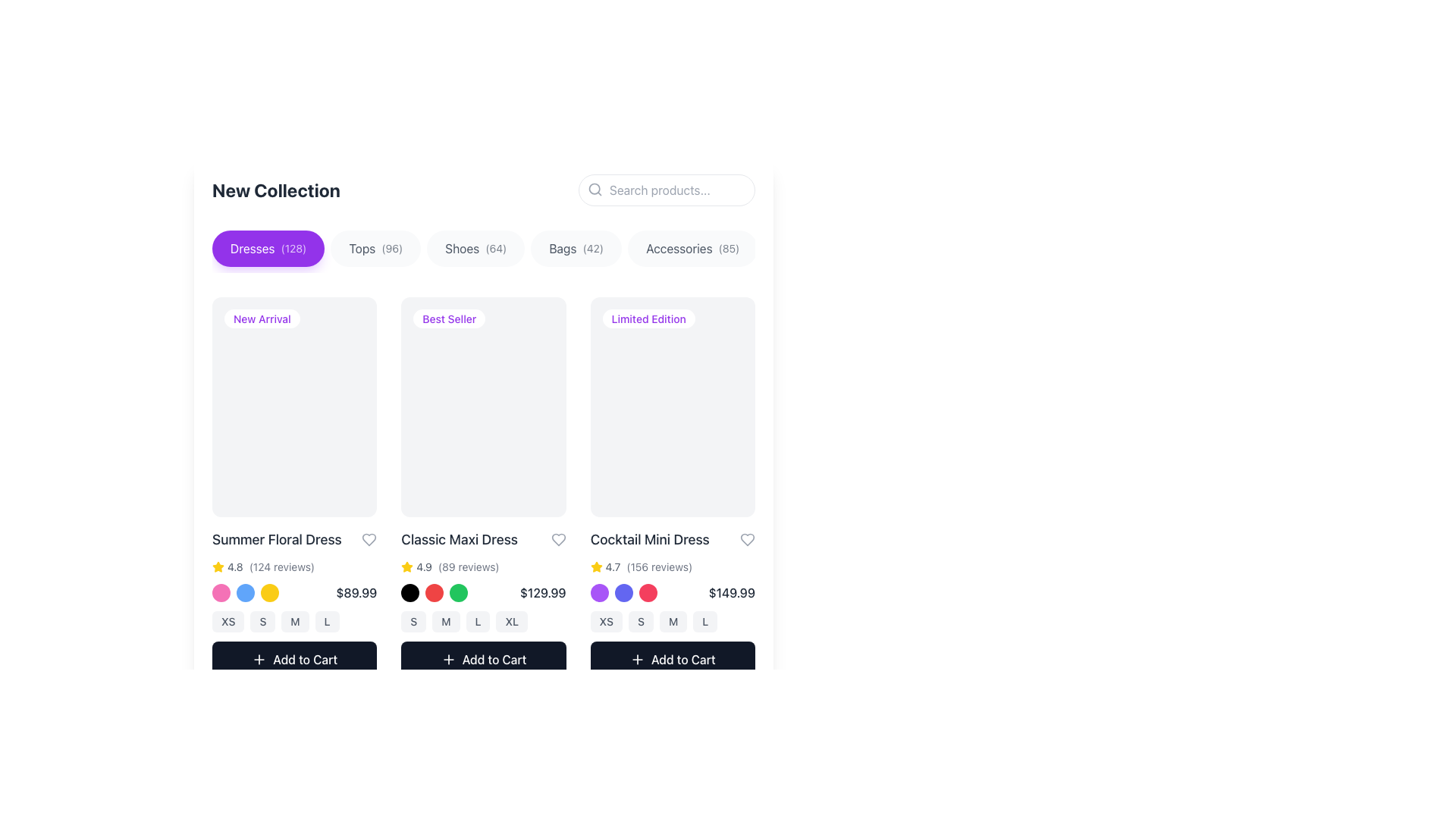 The height and width of the screenshot is (819, 1456). I want to click on the text label displaying 'Bags' within the button labeled 'Bags(42)' in the navigation bar, so click(562, 247).